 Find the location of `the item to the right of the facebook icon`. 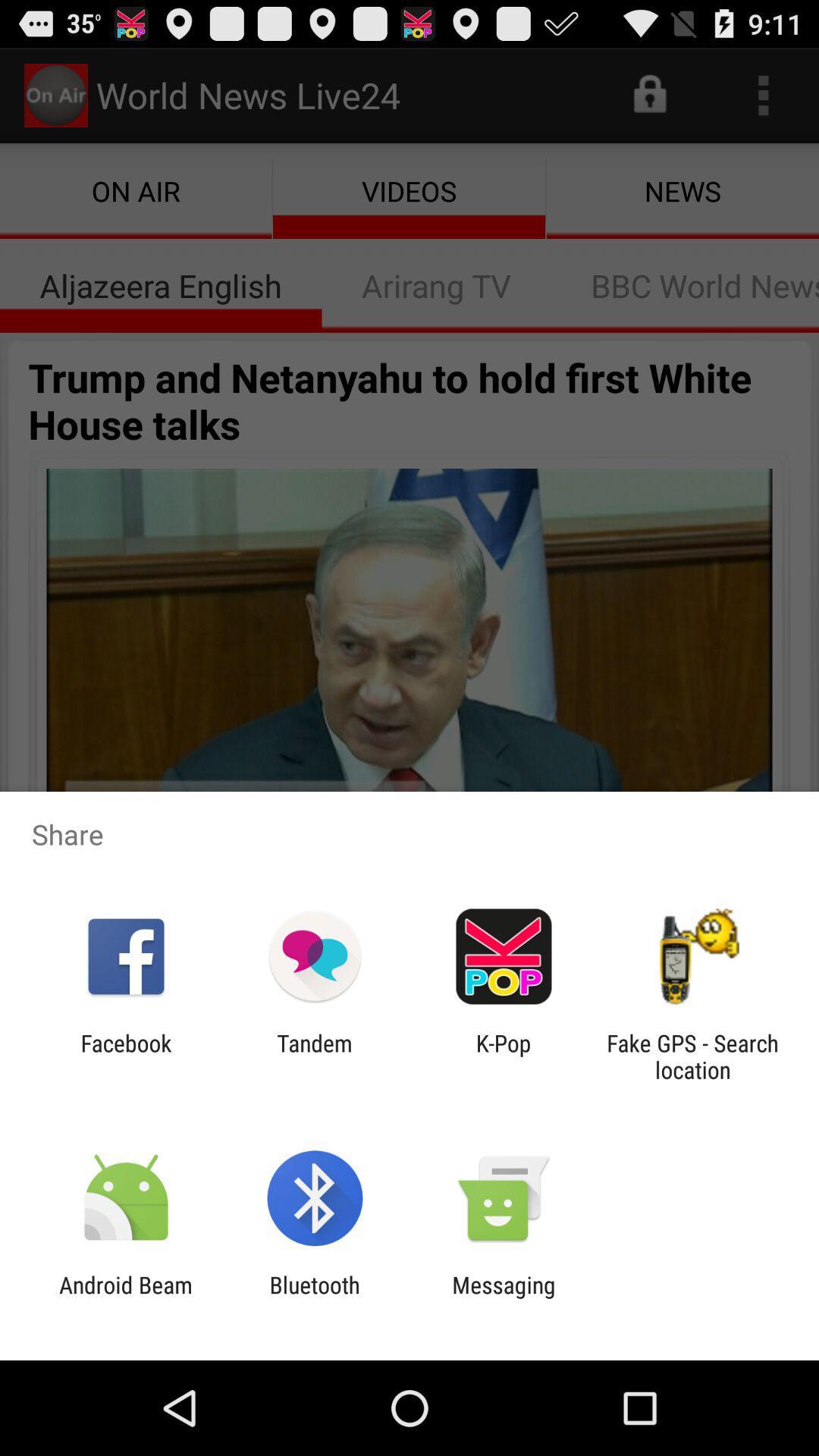

the item to the right of the facebook icon is located at coordinates (314, 1056).